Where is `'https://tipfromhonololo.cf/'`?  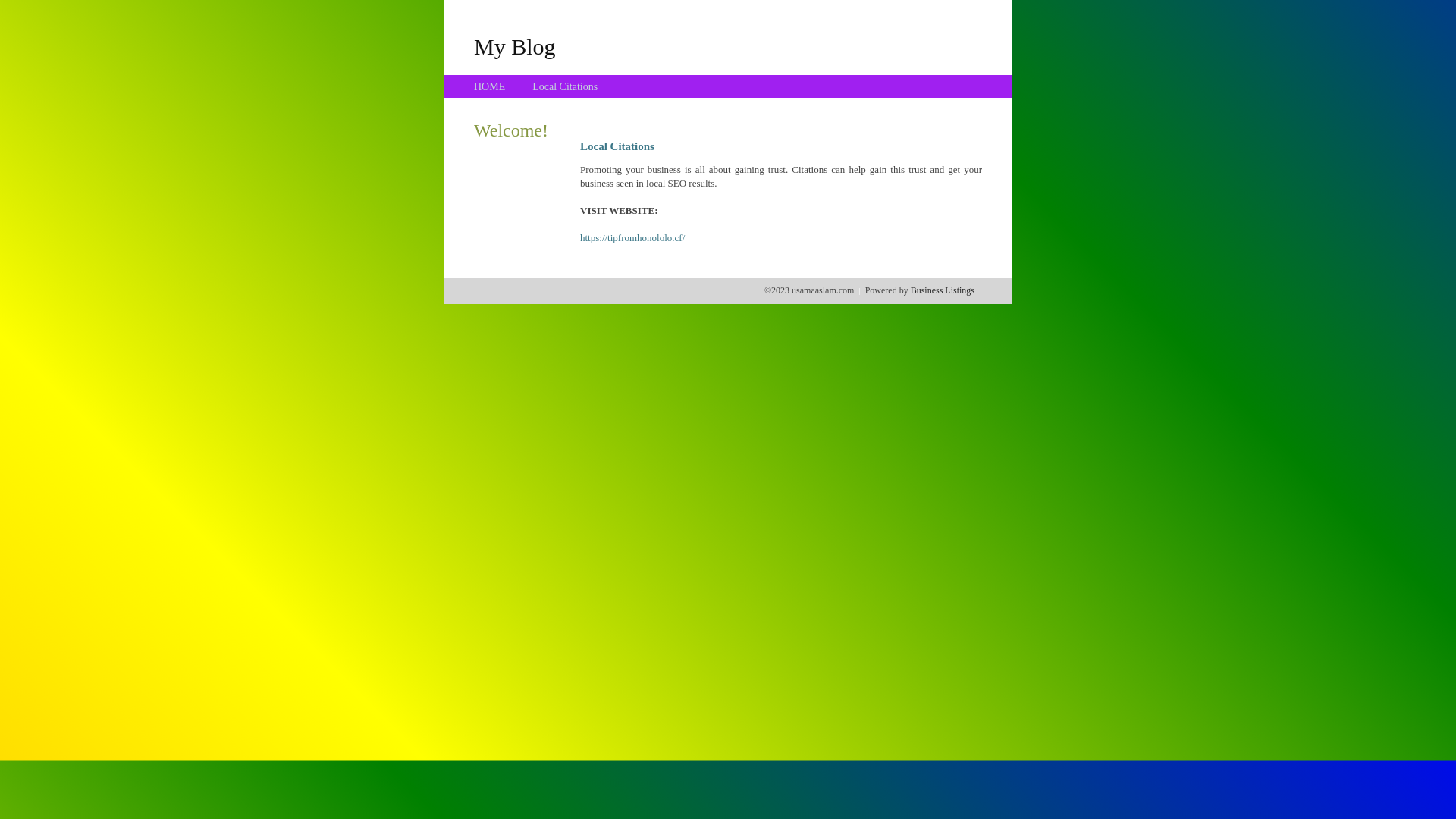 'https://tipfromhonololo.cf/' is located at coordinates (632, 237).